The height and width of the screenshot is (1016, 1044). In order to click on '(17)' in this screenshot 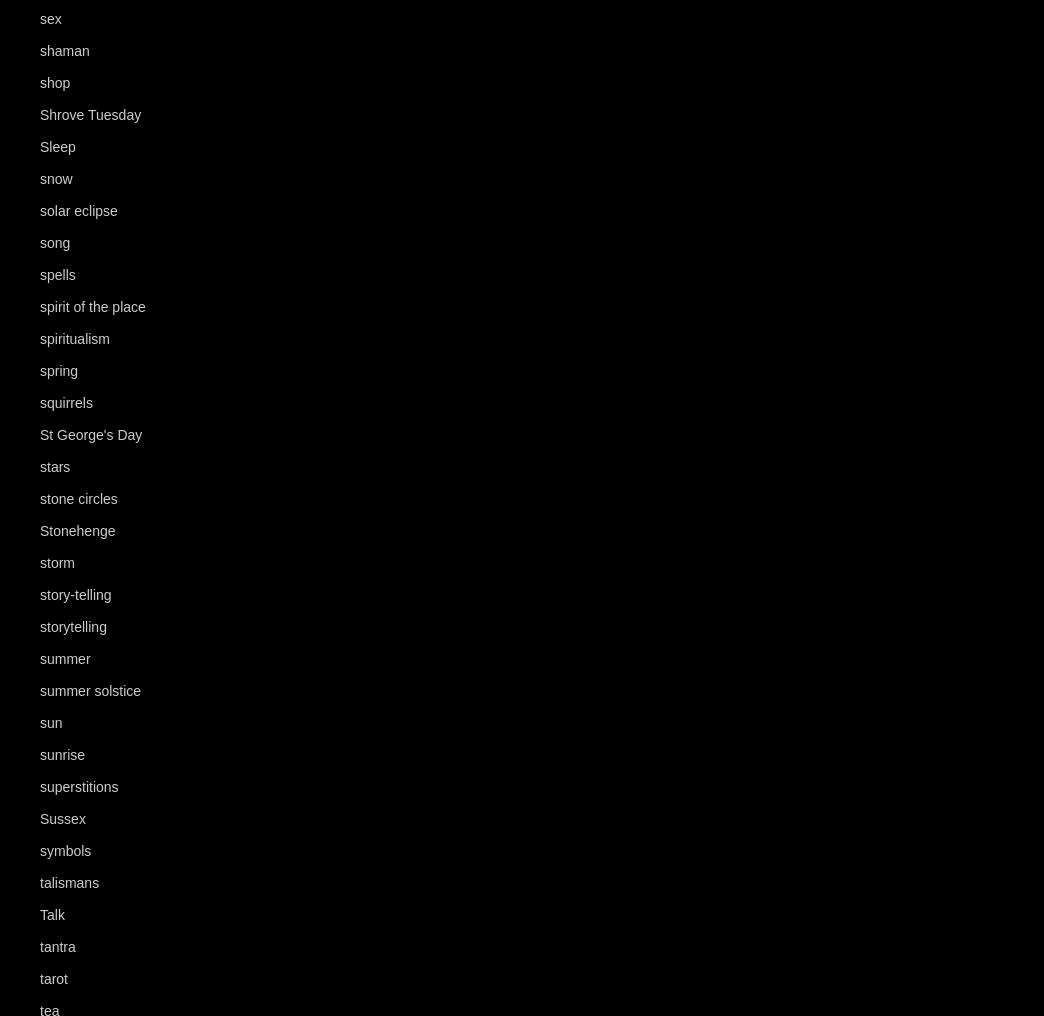, I will do `click(107, 851)`.